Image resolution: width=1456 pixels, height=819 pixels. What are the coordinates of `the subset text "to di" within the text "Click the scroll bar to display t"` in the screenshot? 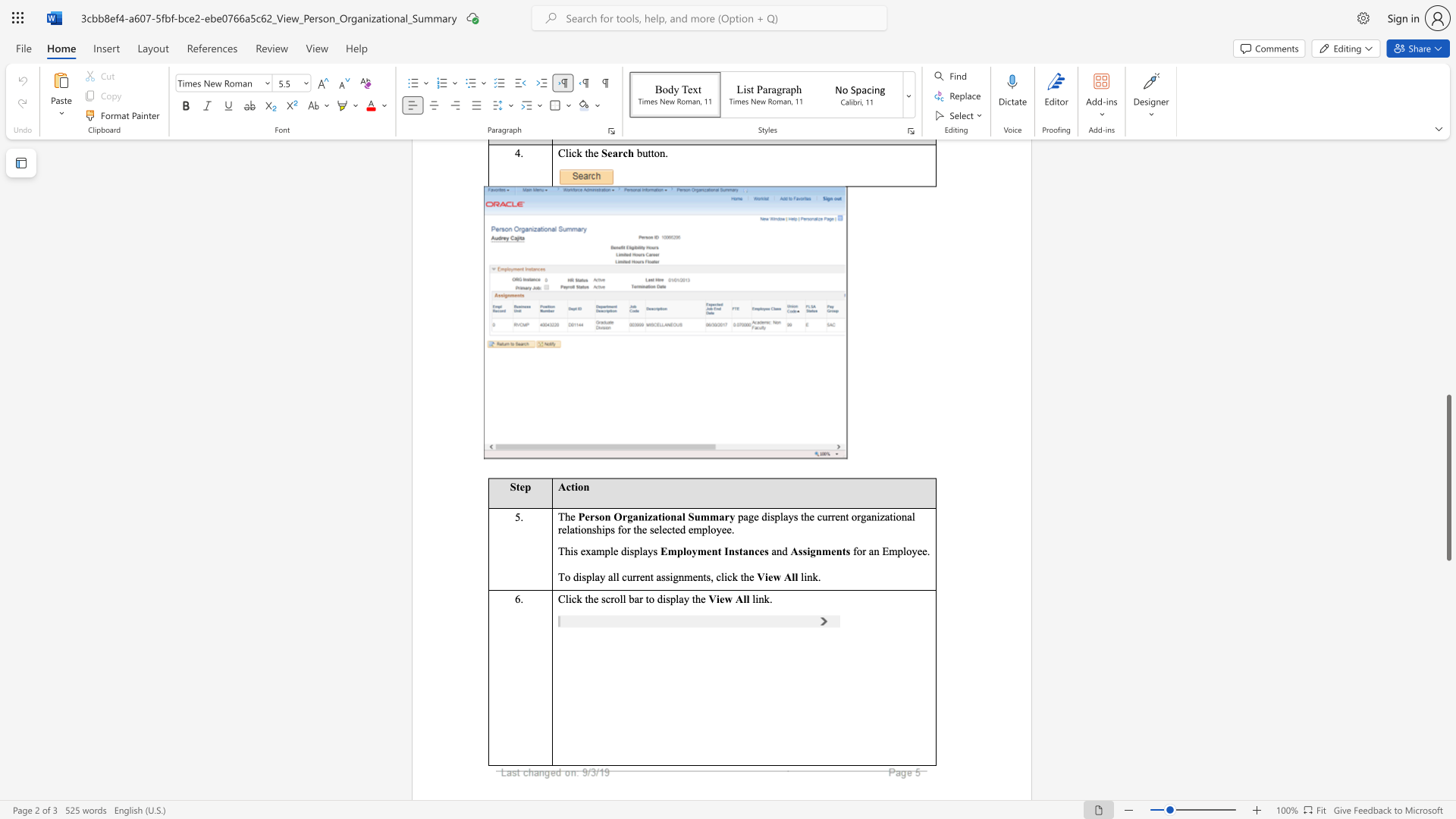 It's located at (645, 598).